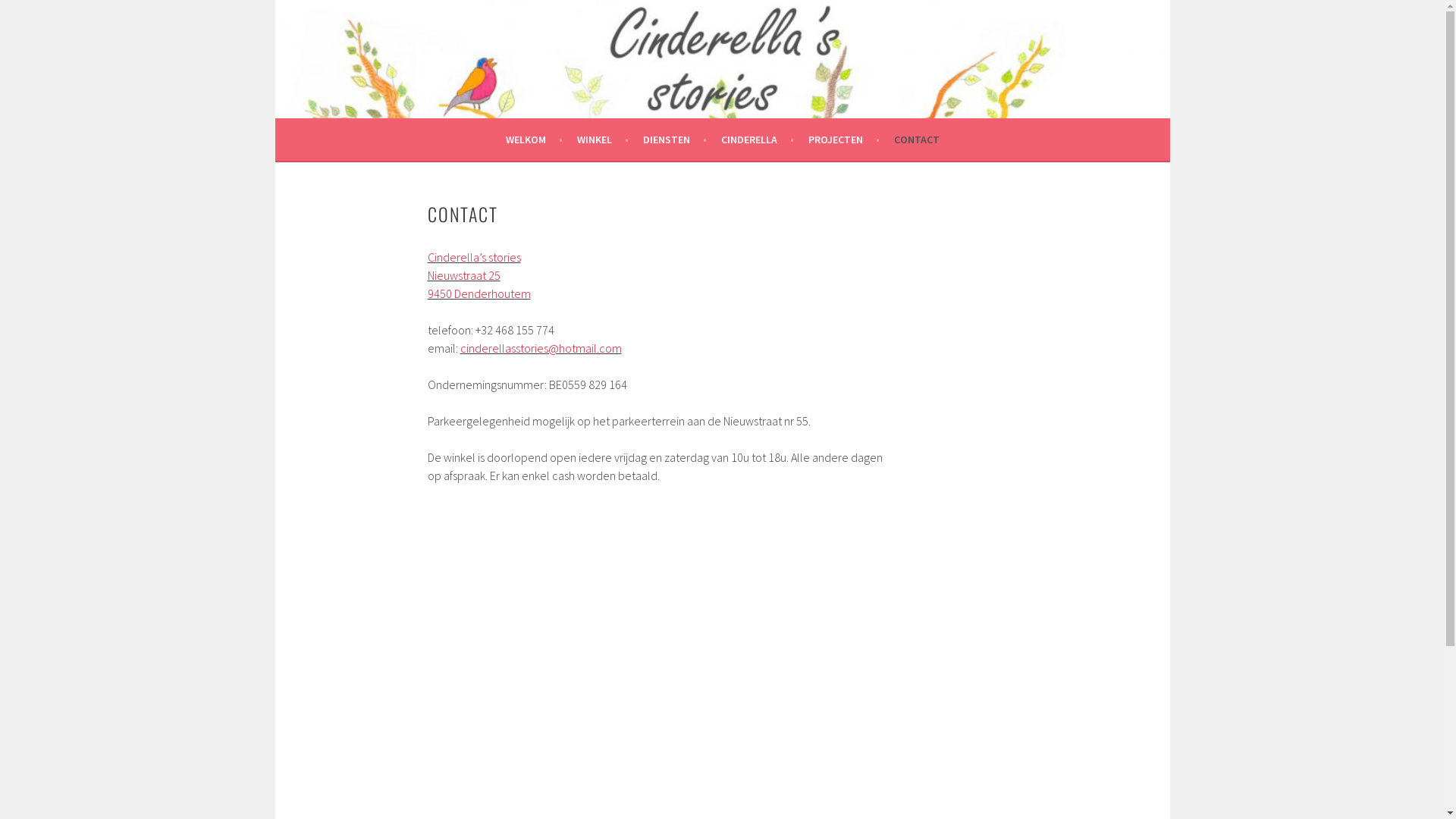  I want to click on 'CINDERELLA', so click(720, 140).